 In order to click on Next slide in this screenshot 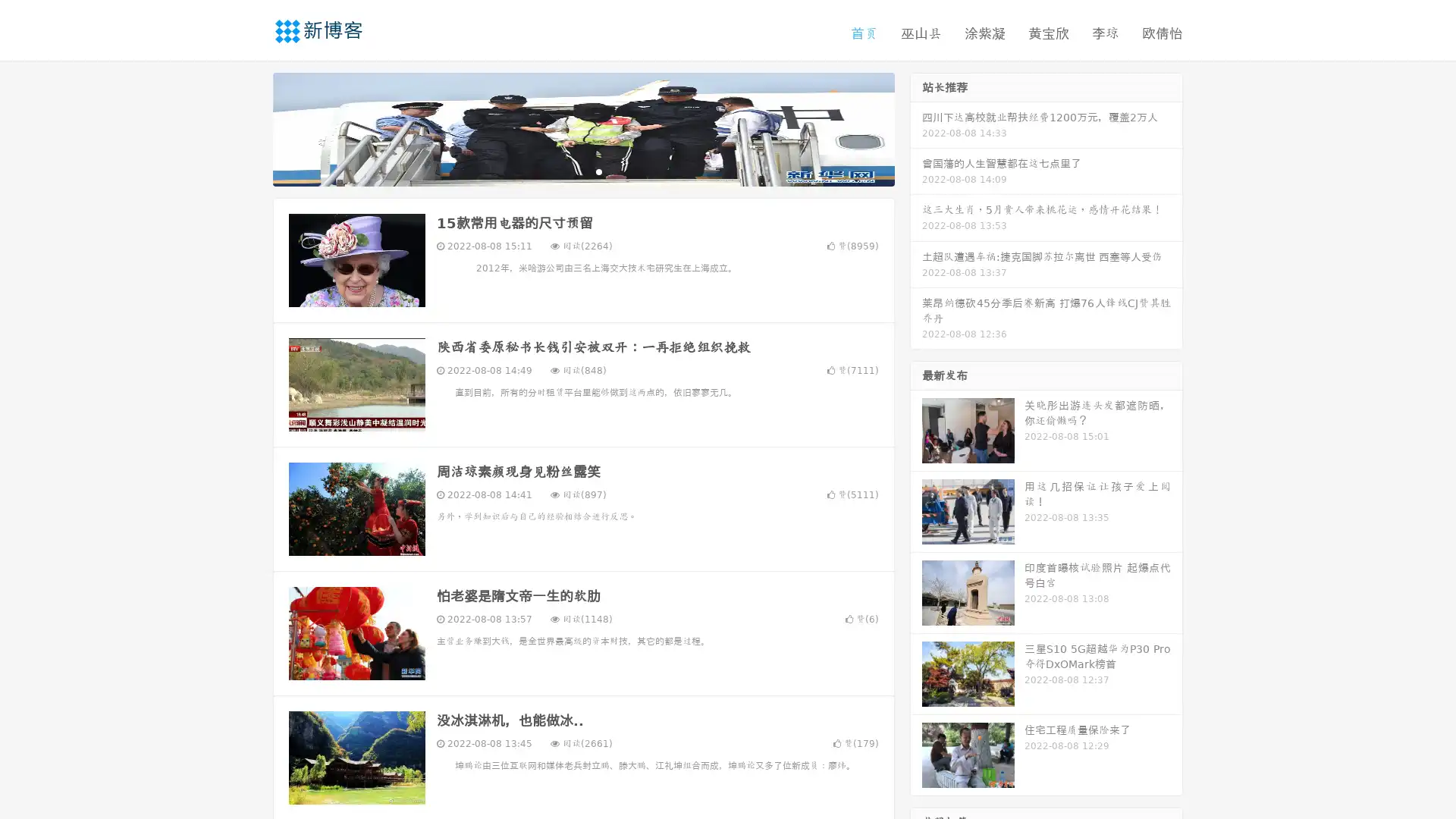, I will do `click(916, 127)`.